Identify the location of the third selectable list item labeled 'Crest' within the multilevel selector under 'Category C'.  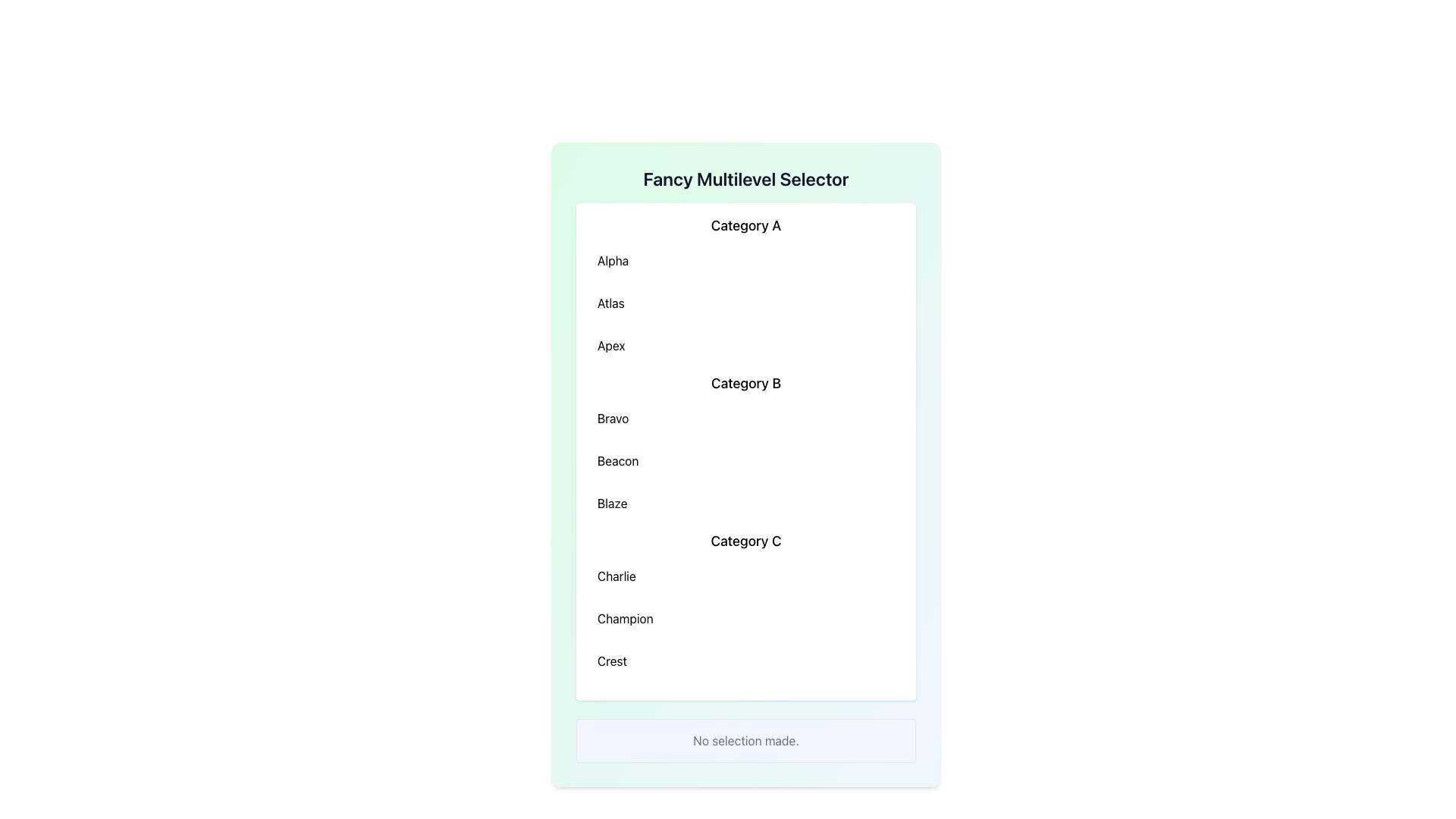
(745, 660).